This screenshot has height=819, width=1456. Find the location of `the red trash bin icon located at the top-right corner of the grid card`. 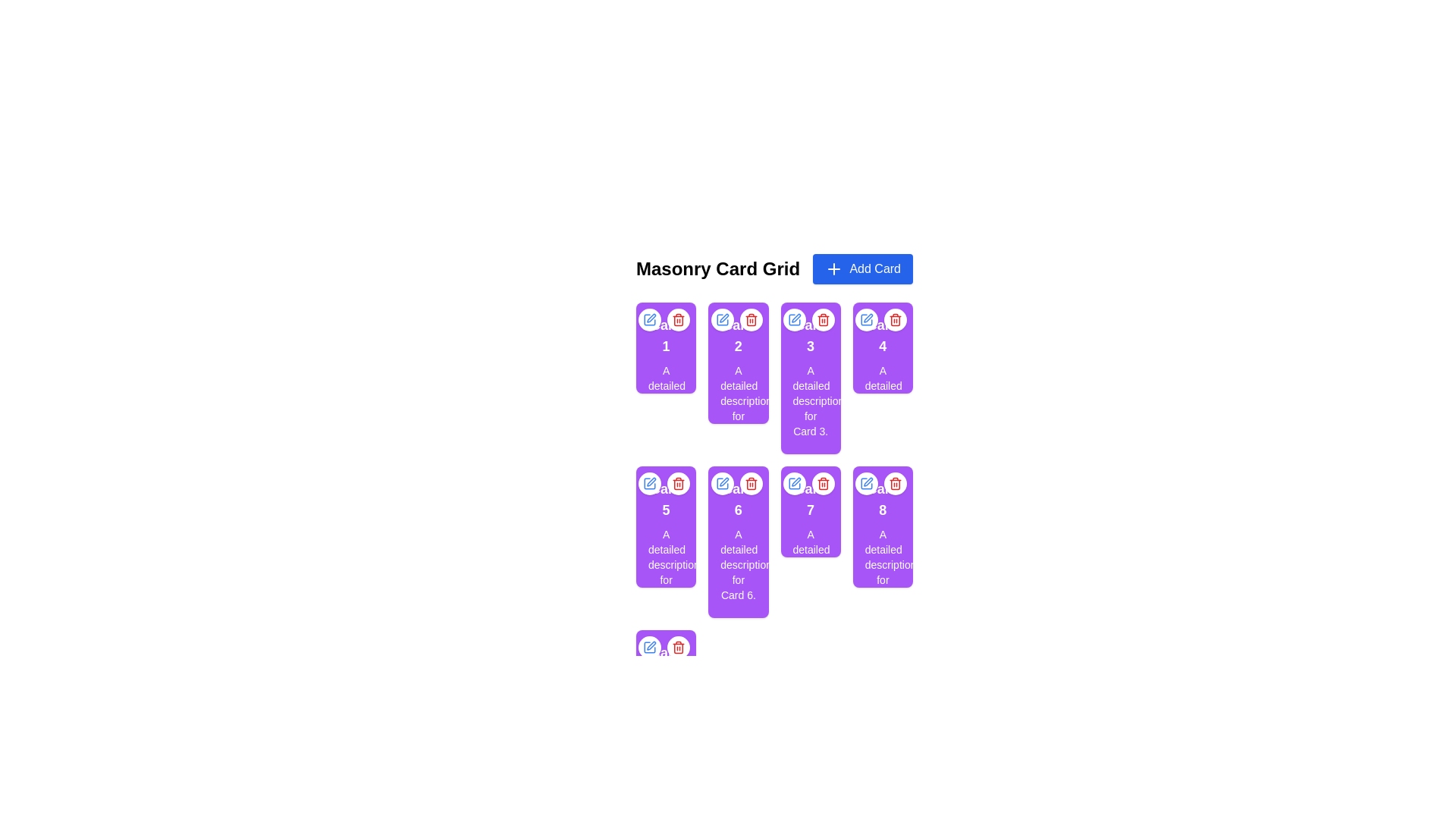

the red trash bin icon located at the top-right corner of the grid card is located at coordinates (822, 483).